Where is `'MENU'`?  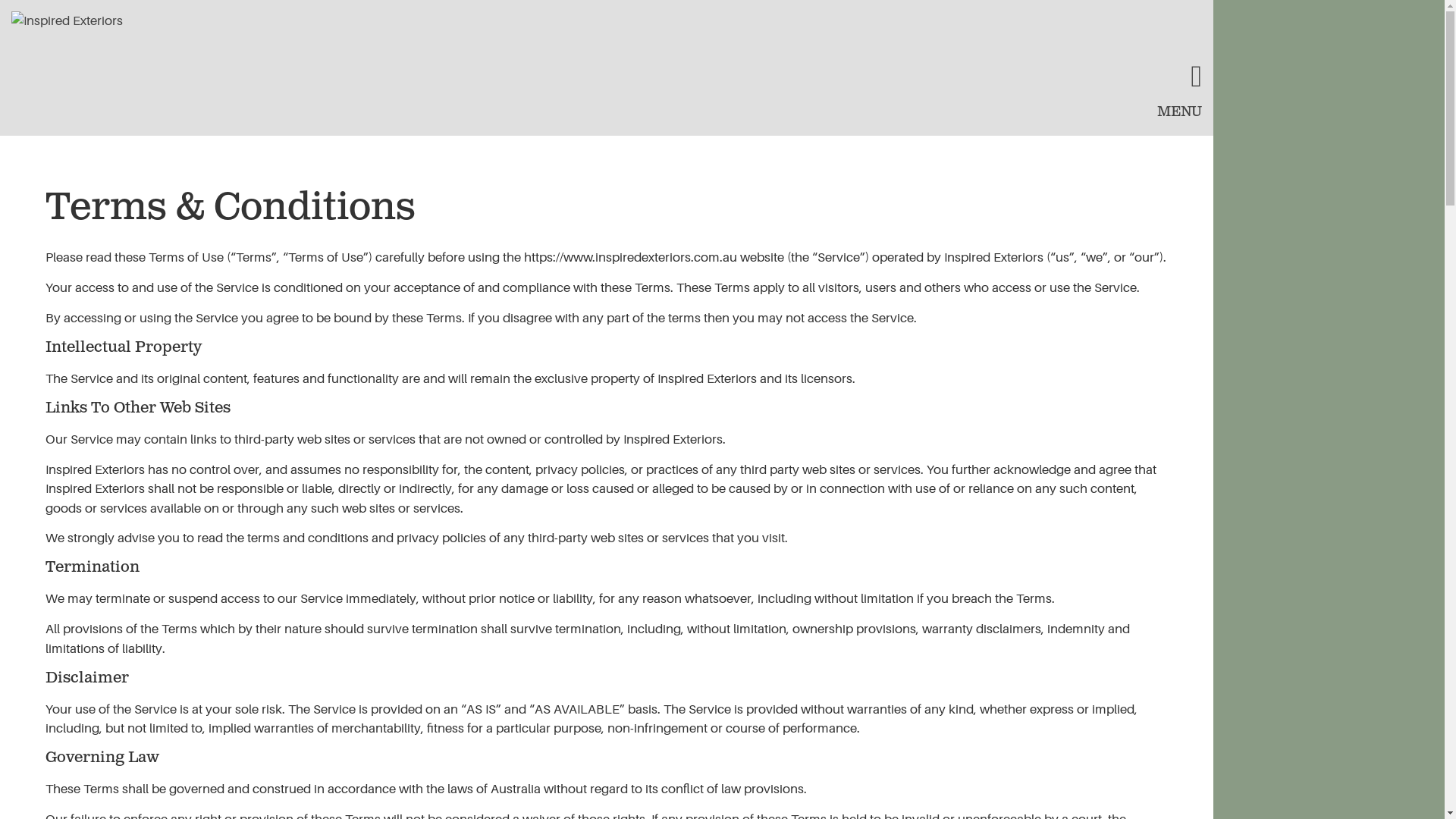 'MENU' is located at coordinates (1178, 112).